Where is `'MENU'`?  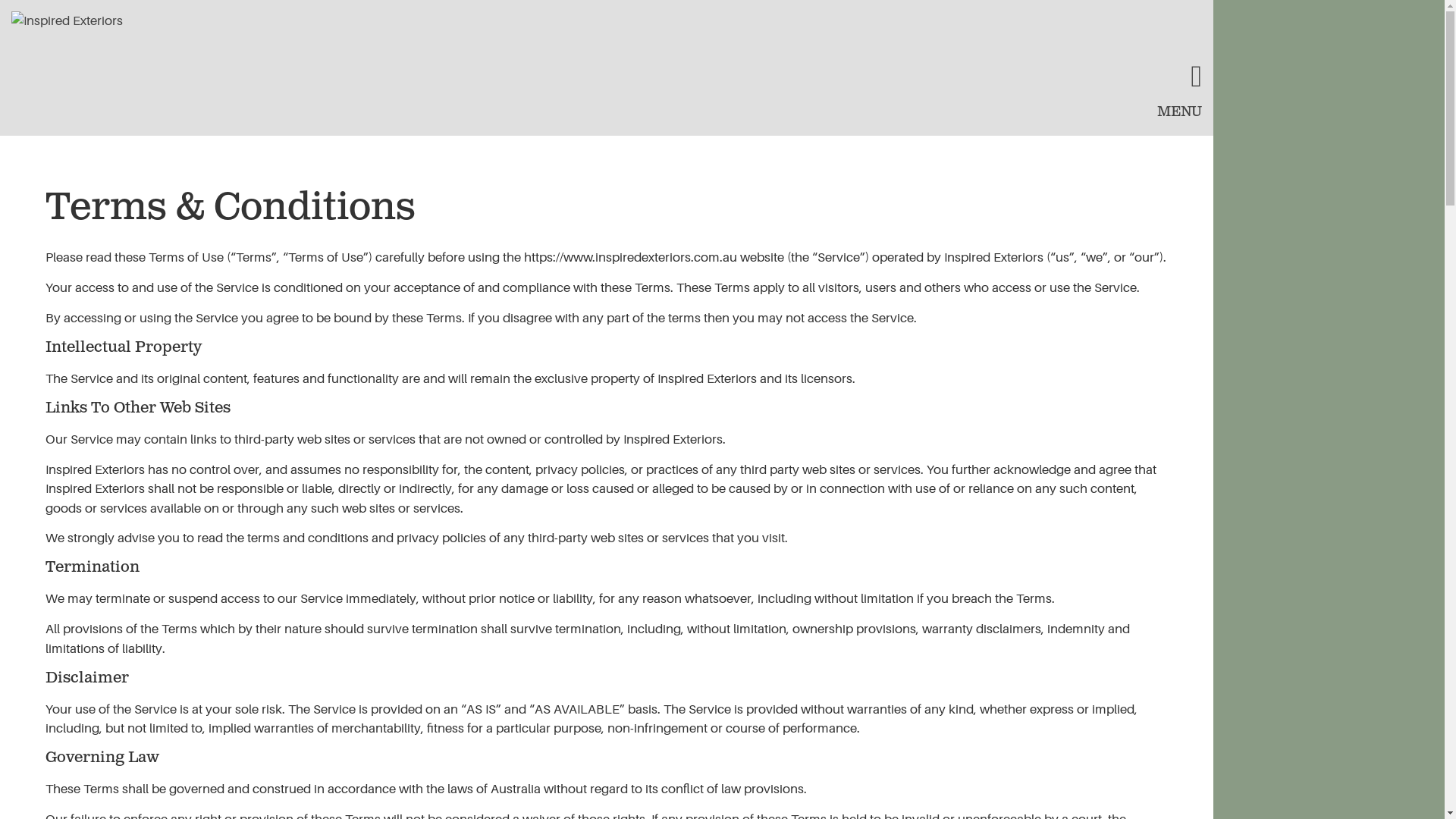 'MENU' is located at coordinates (1178, 112).